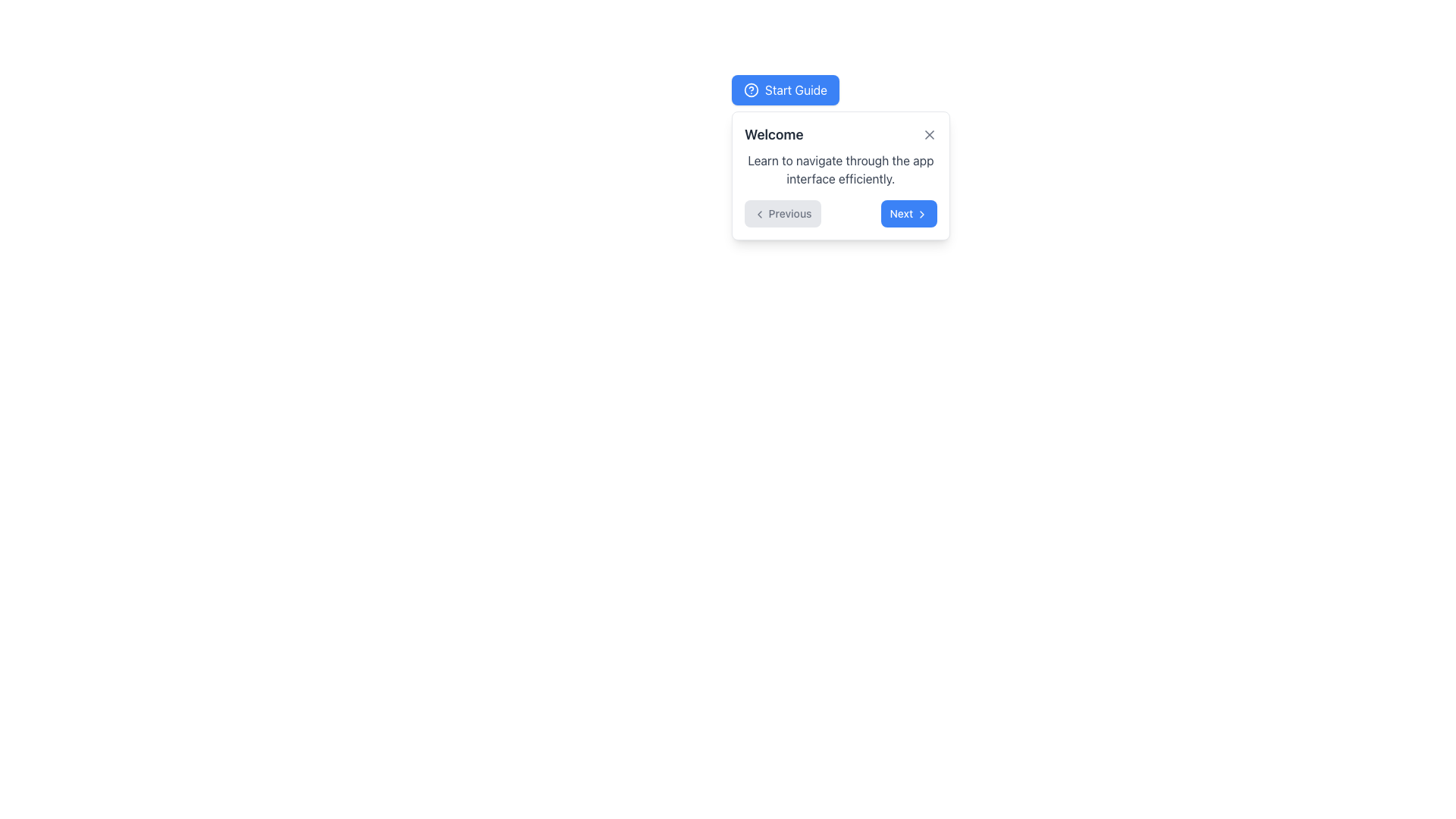 The width and height of the screenshot is (1456, 819). Describe the element at coordinates (928, 133) in the screenshot. I see `the Close button represented by an 'X' icon located at the top-right corner of the pop-up card` at that location.